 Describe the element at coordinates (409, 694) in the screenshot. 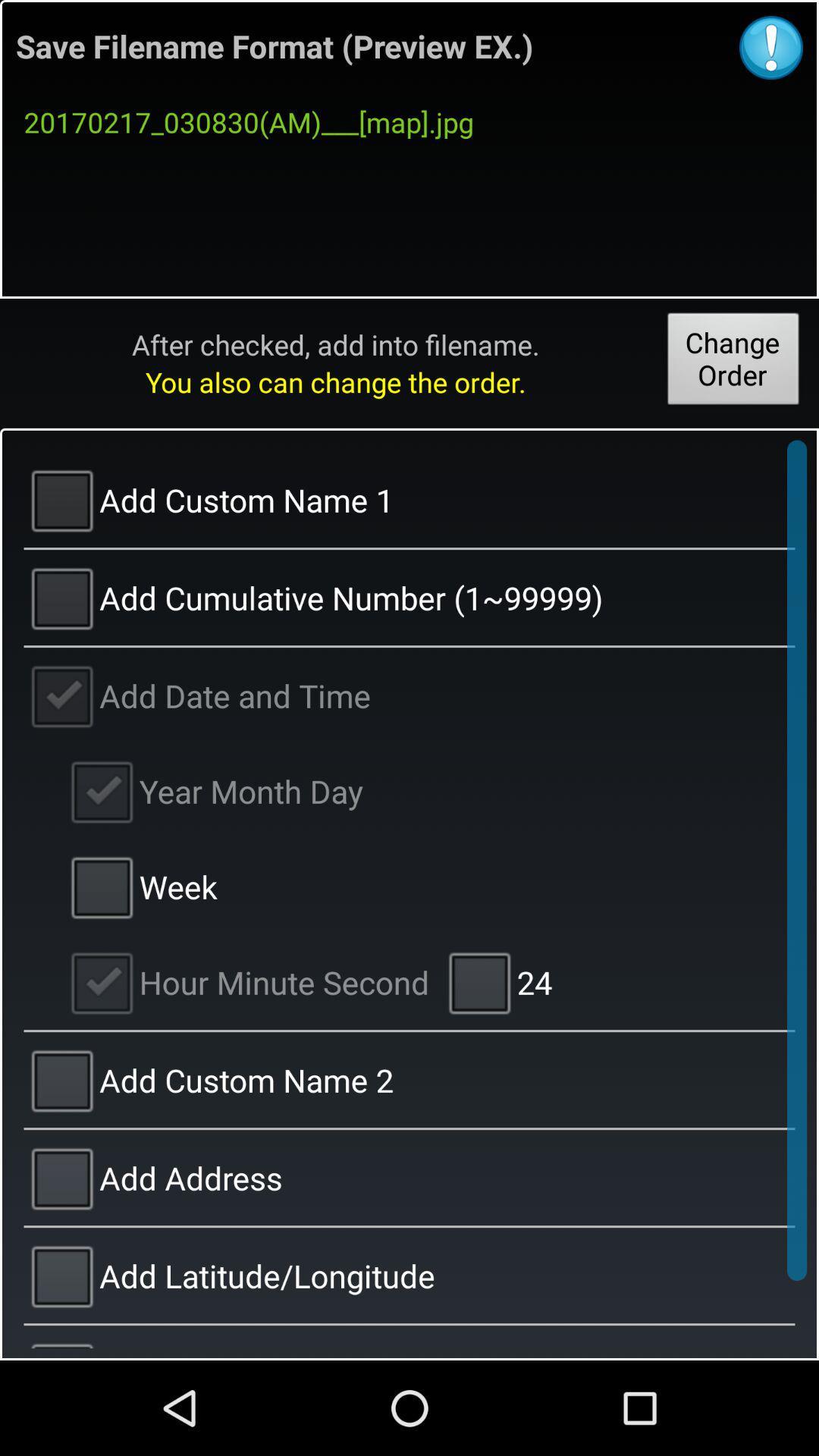

I see `the category which is immediately above year month day` at that location.